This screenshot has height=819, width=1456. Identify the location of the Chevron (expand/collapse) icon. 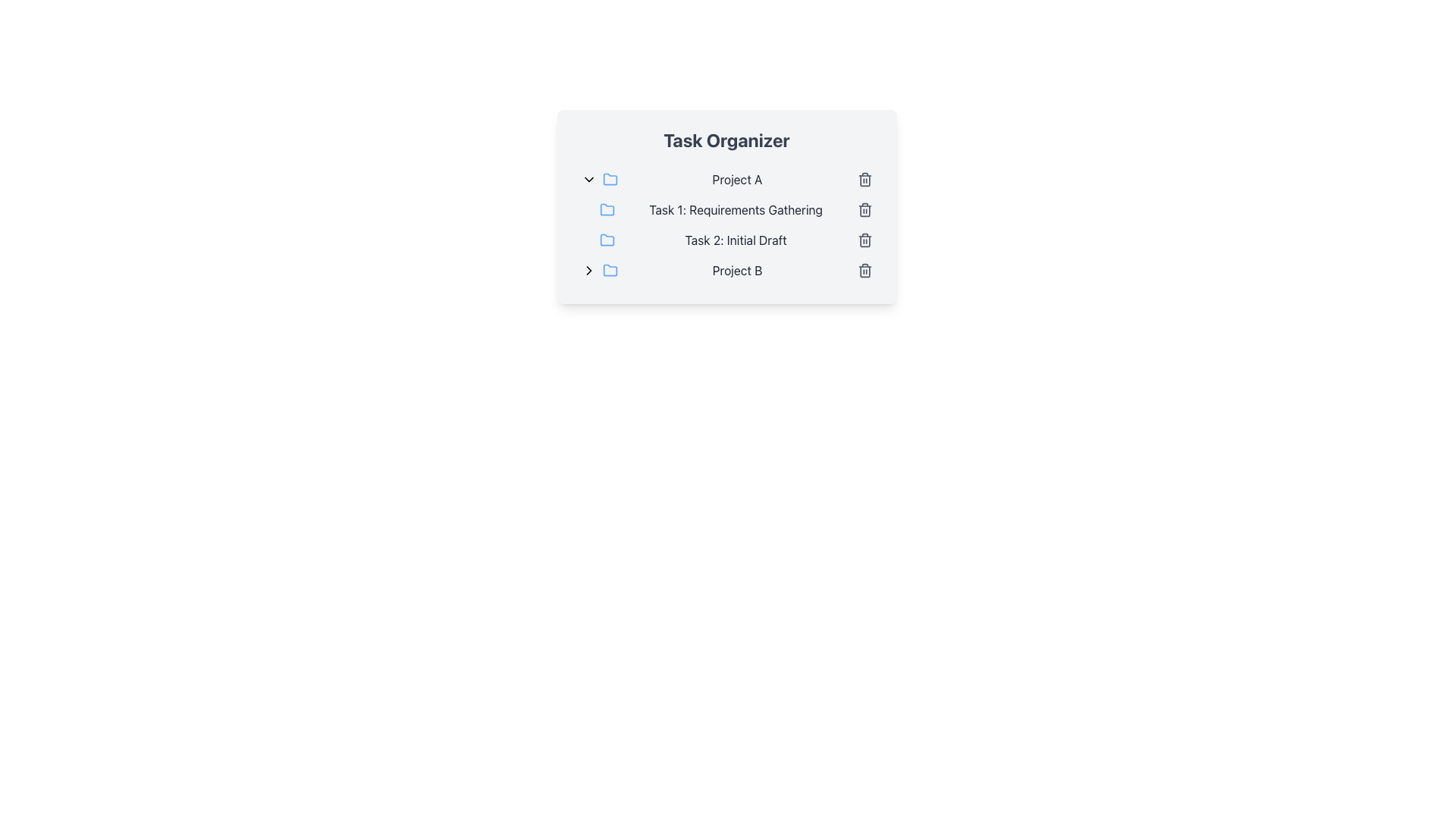
(588, 178).